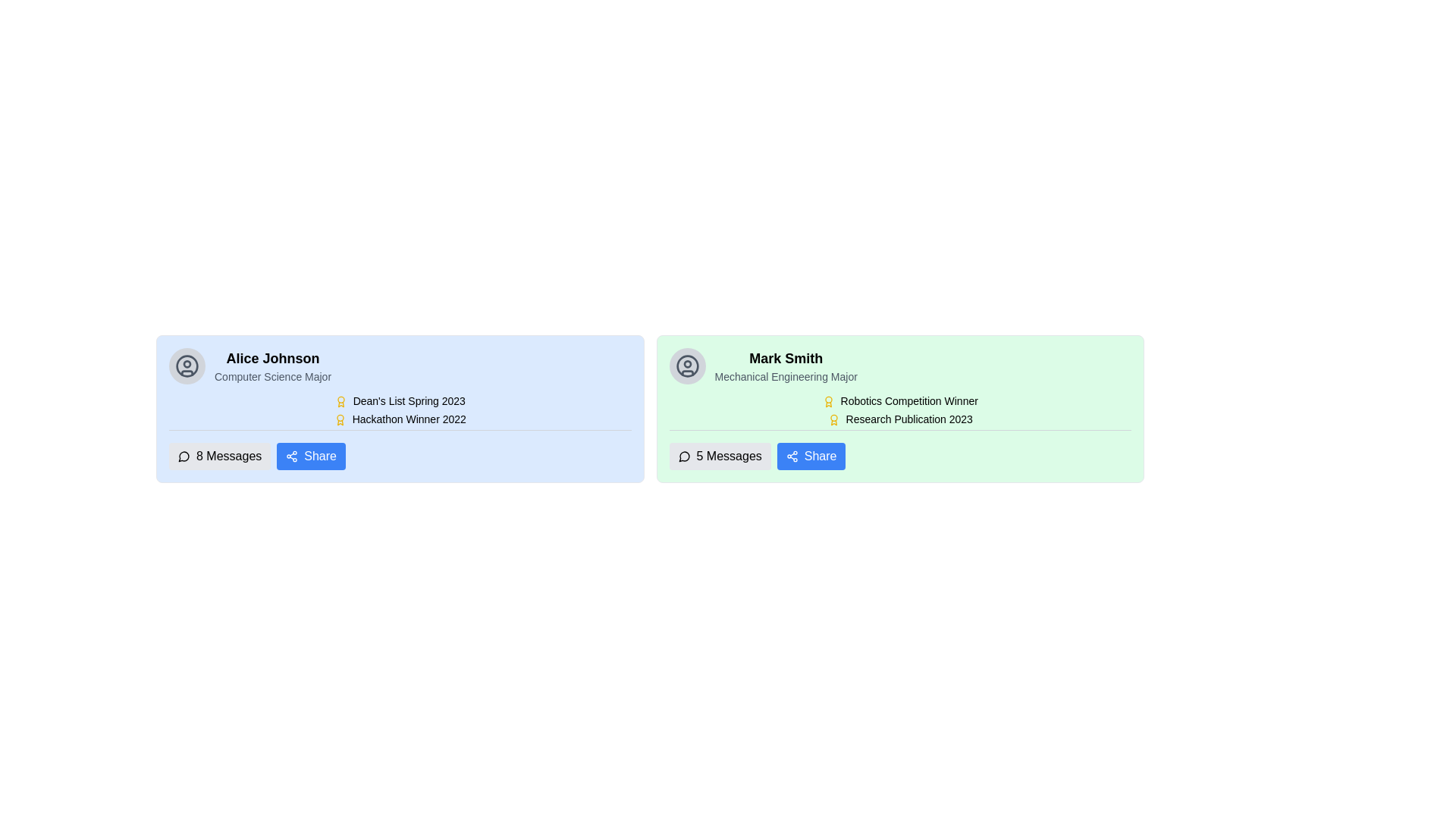  Describe the element at coordinates (827, 401) in the screenshot. I see `the graphical icon shaped like an award ribbon, which is golden-yellow and located to the left of the 'Robotics Competition Winner' text in Mark Smith's profile card` at that location.